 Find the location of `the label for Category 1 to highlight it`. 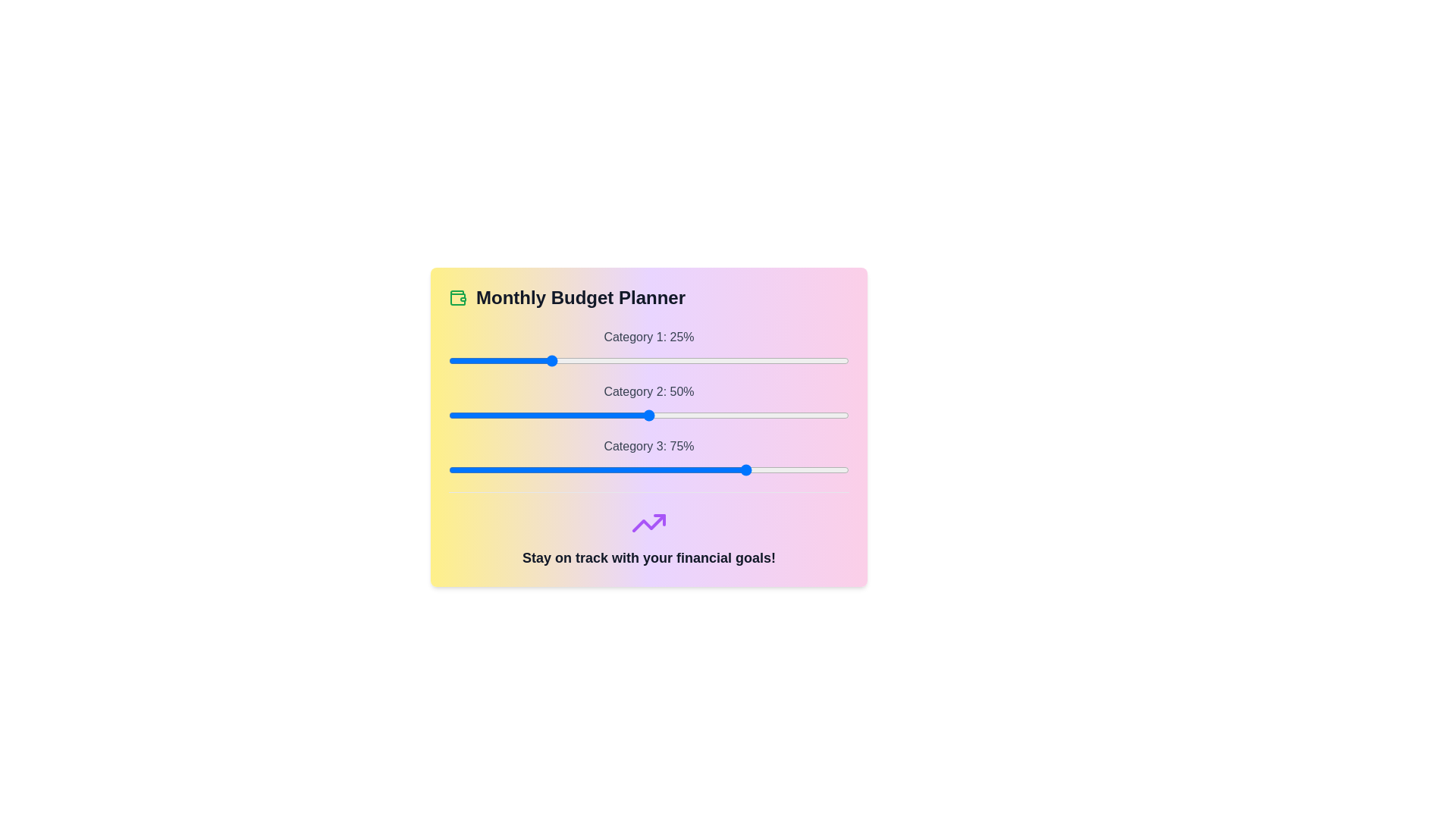

the label for Category 1 to highlight it is located at coordinates (648, 336).